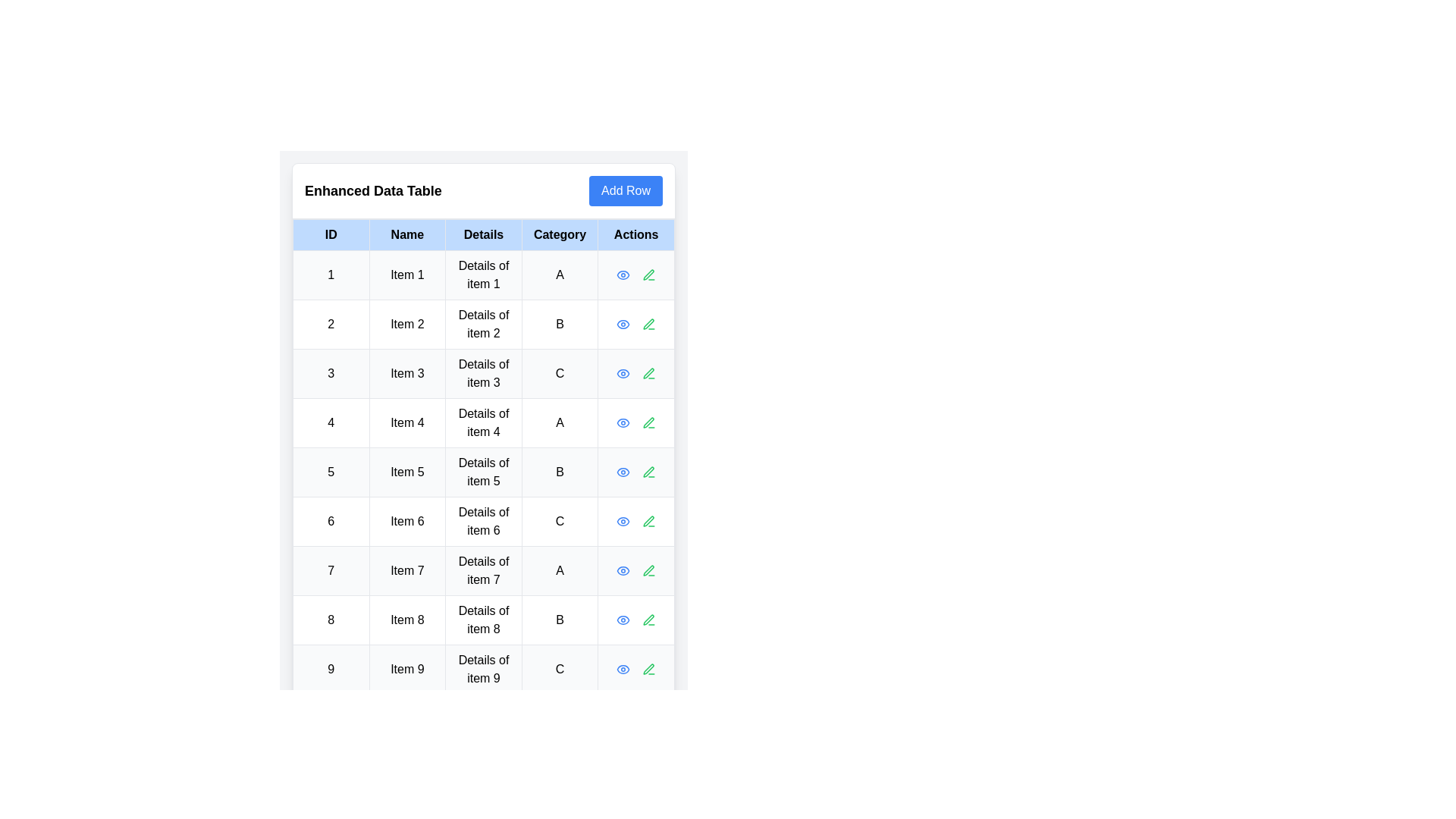 This screenshot has width=1456, height=819. I want to click on the table cell displaying the number '8' to focus on it, so click(330, 620).